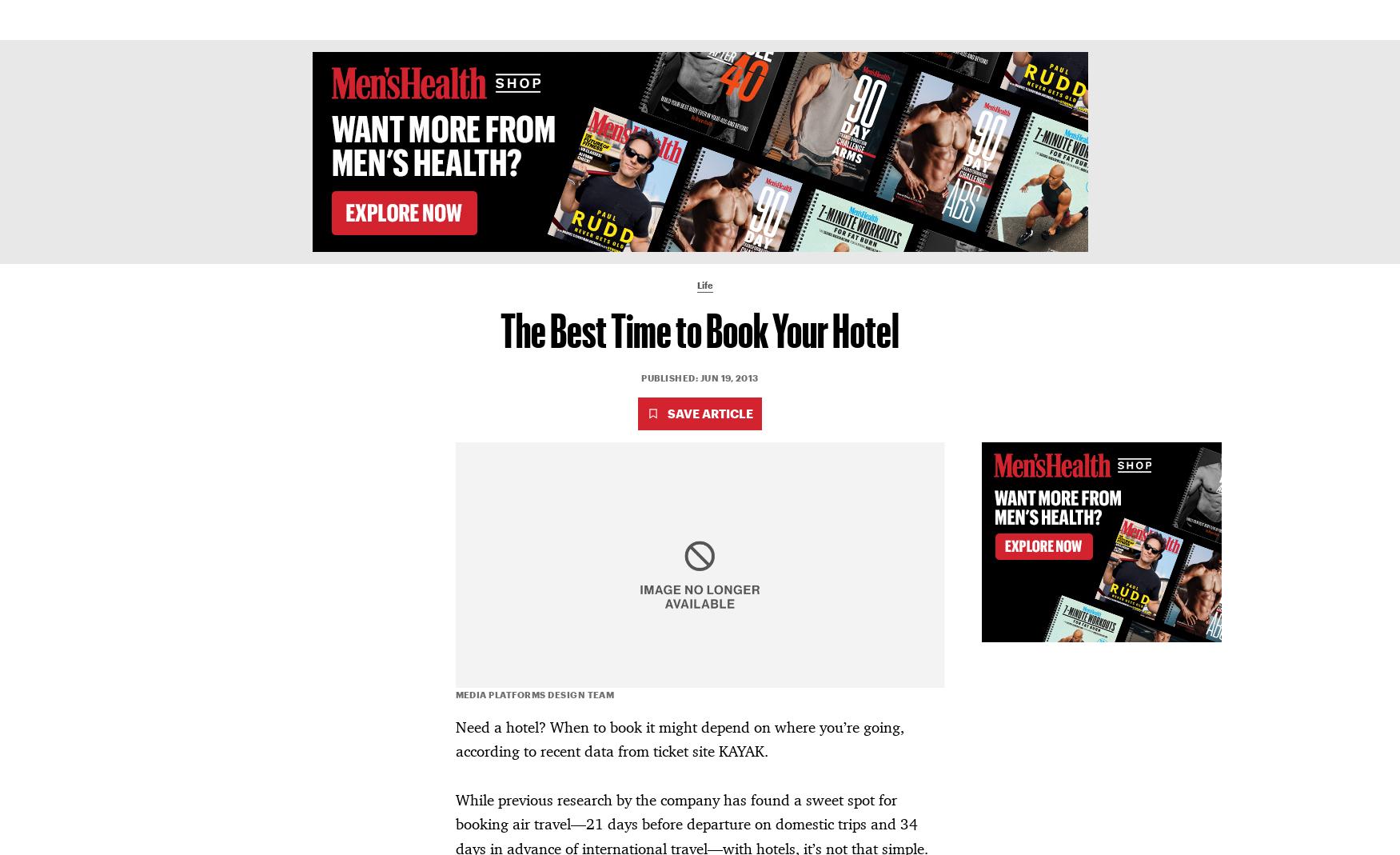 The height and width of the screenshot is (855, 1400). Describe the element at coordinates (580, 18) in the screenshot. I see `'Fitness'` at that location.